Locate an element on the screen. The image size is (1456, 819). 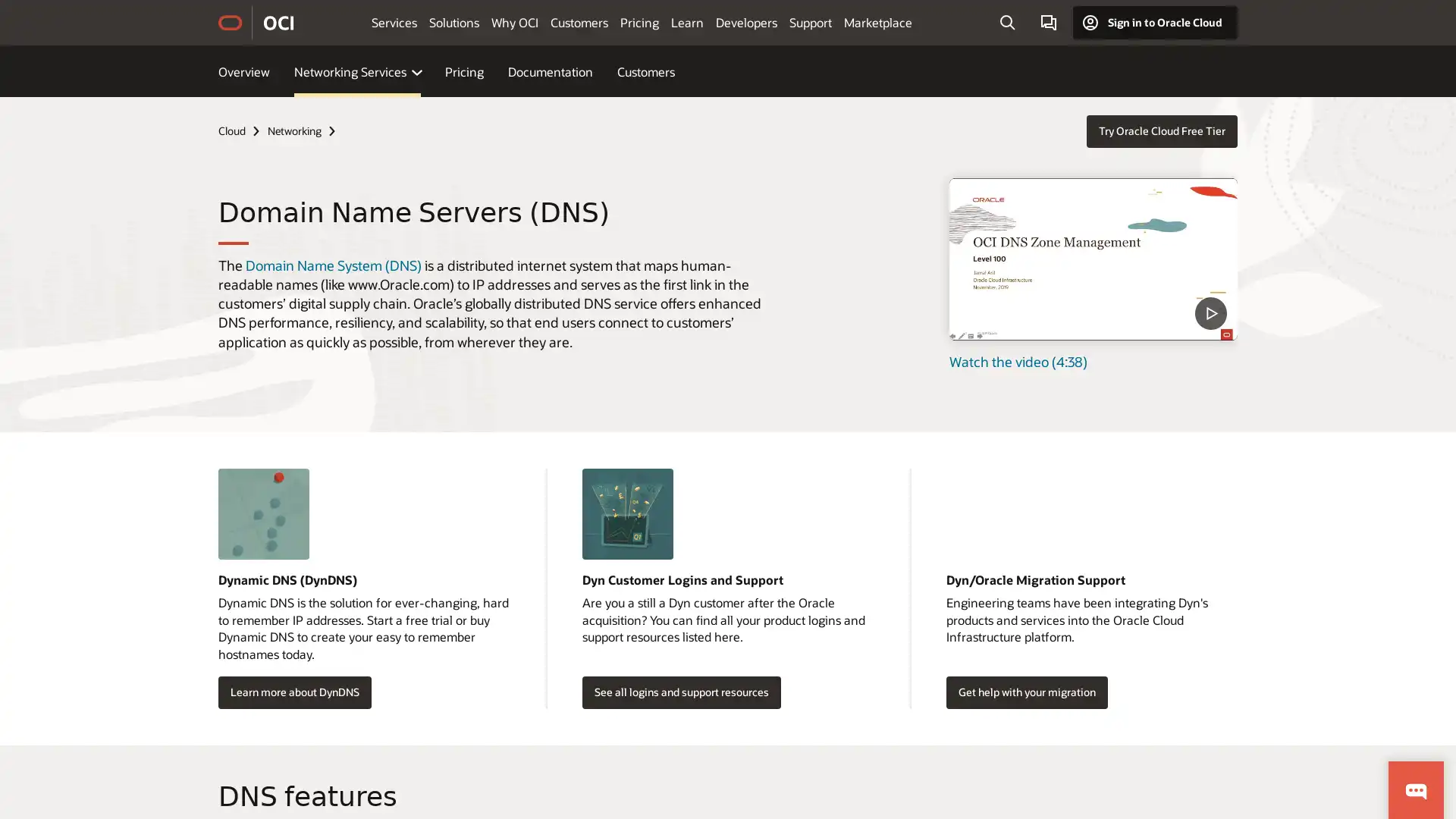
Marketplace is located at coordinates (877, 22).